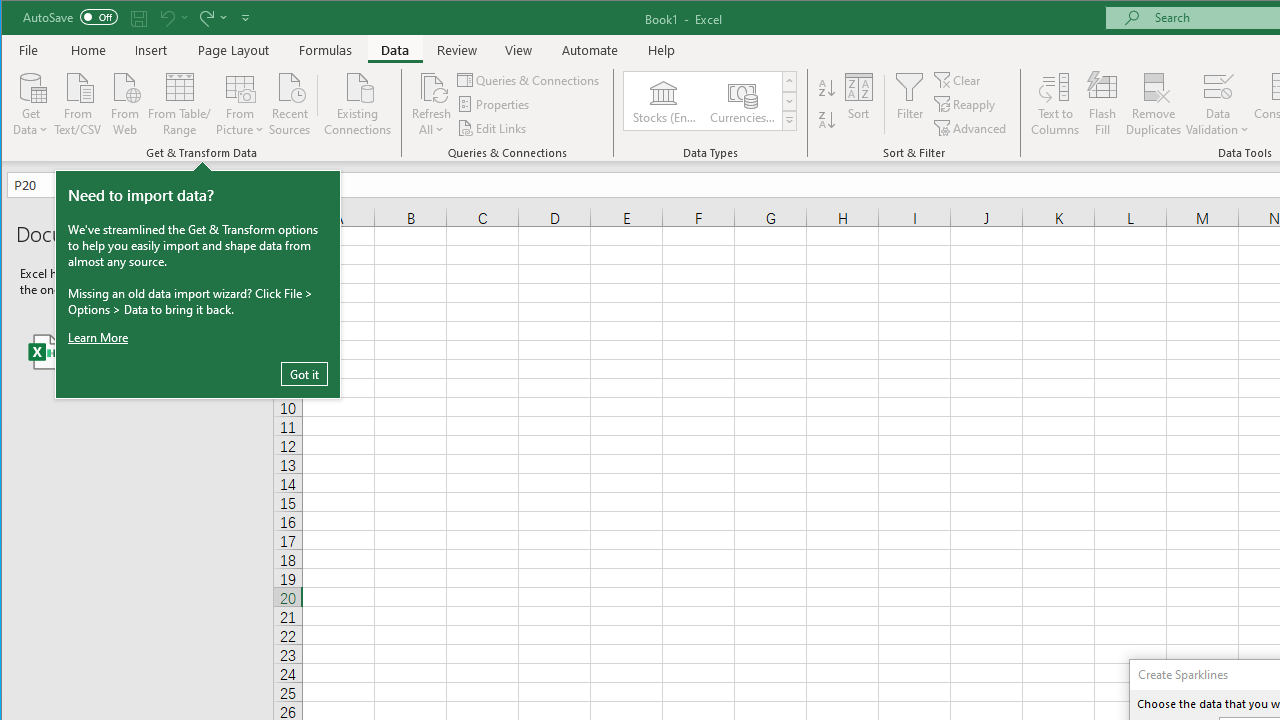  What do you see at coordinates (395, 49) in the screenshot?
I see `'Data'` at bounding box center [395, 49].